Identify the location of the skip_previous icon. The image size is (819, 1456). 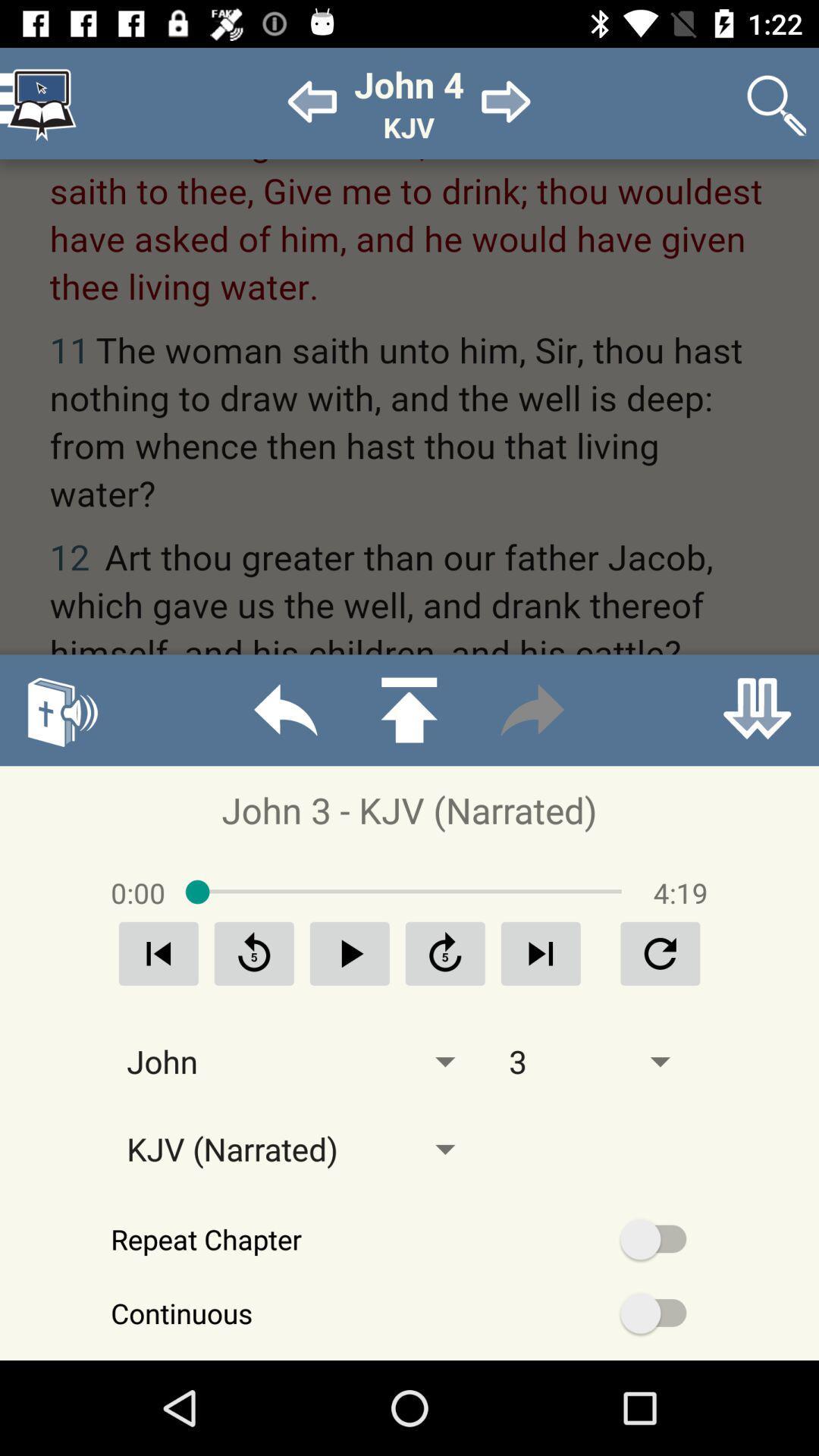
(158, 952).